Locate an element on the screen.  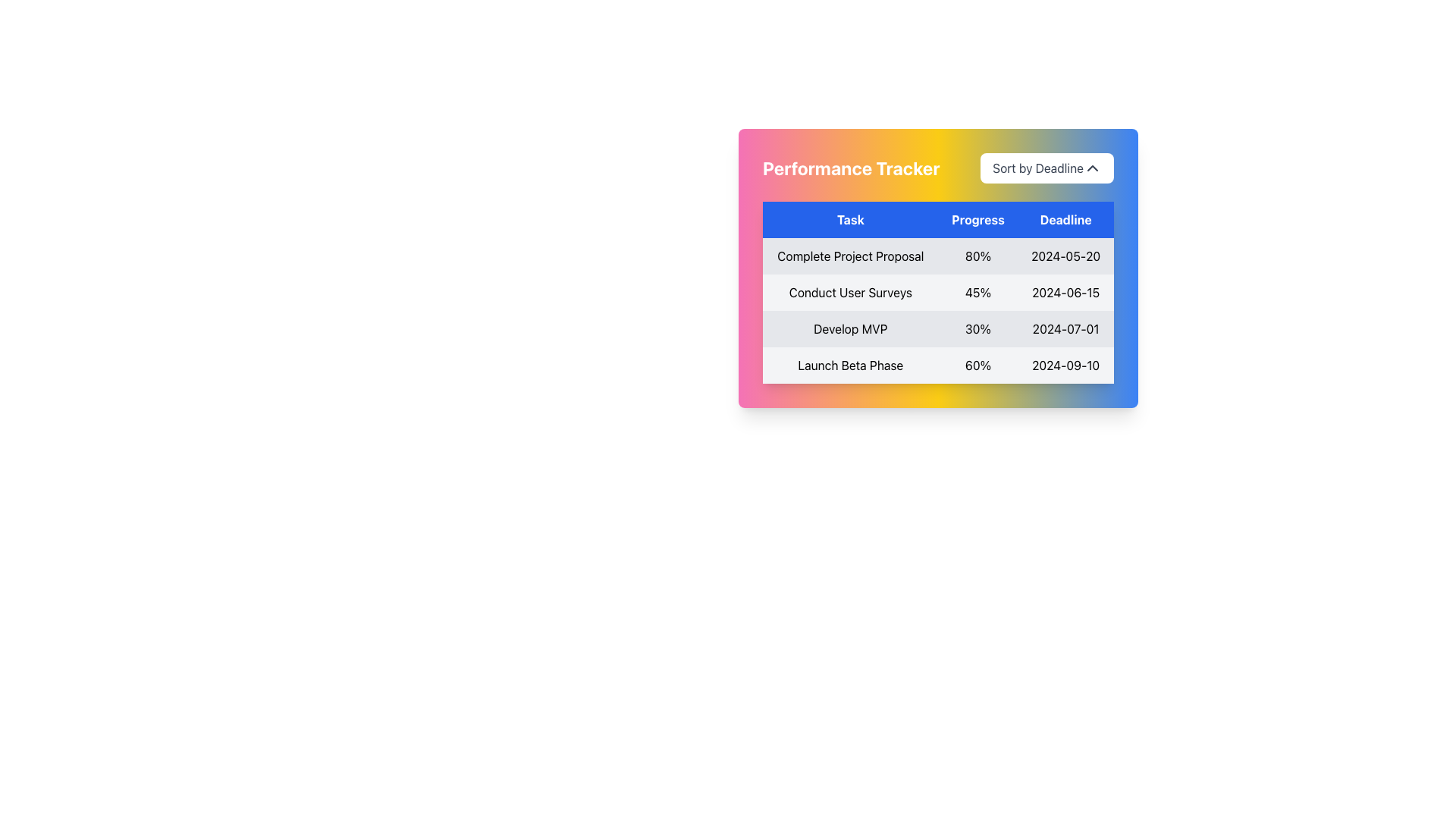
the text label displaying '80%' in bold black font, located in the 'Progress' column next to 'Complete Project Proposal' in the 'Performance Tracker' table is located at coordinates (978, 256).